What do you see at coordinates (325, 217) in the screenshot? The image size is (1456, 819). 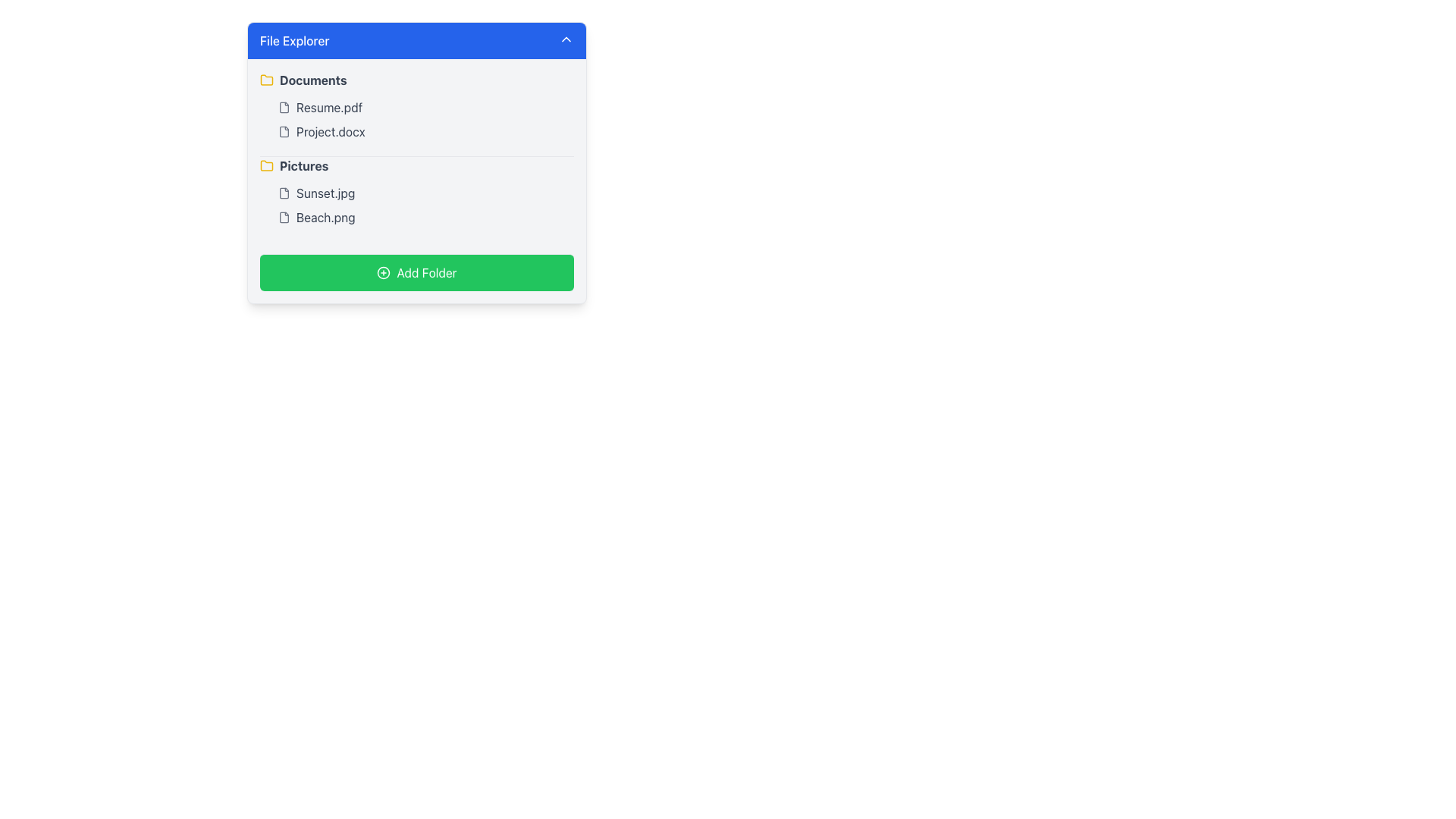 I see `the static text label that denotes the name of a file in the file list interface, specifically the second file listed in the 'Pictures' folder, located below 'Sunset.jpg'` at bounding box center [325, 217].